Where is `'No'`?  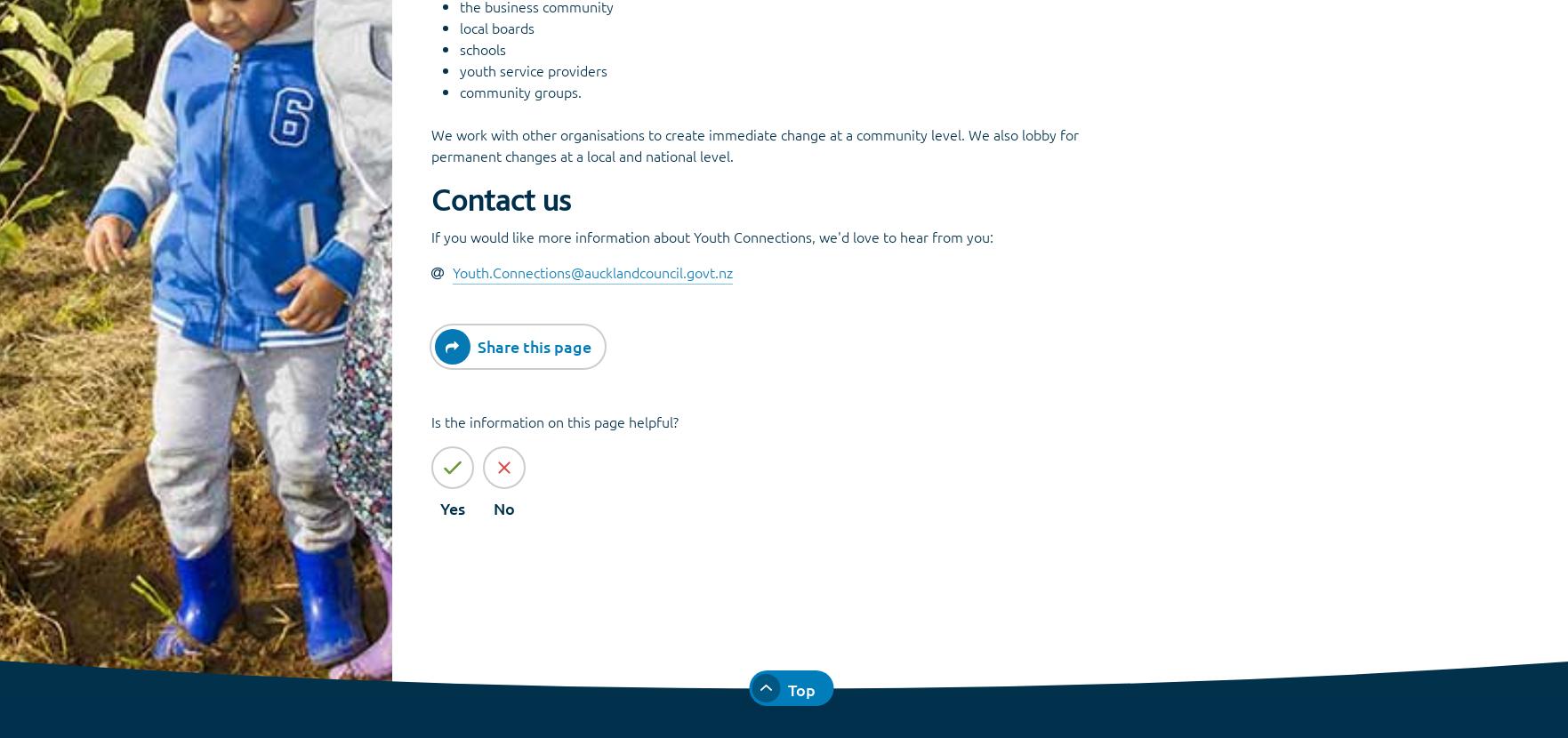
'No' is located at coordinates (503, 506).